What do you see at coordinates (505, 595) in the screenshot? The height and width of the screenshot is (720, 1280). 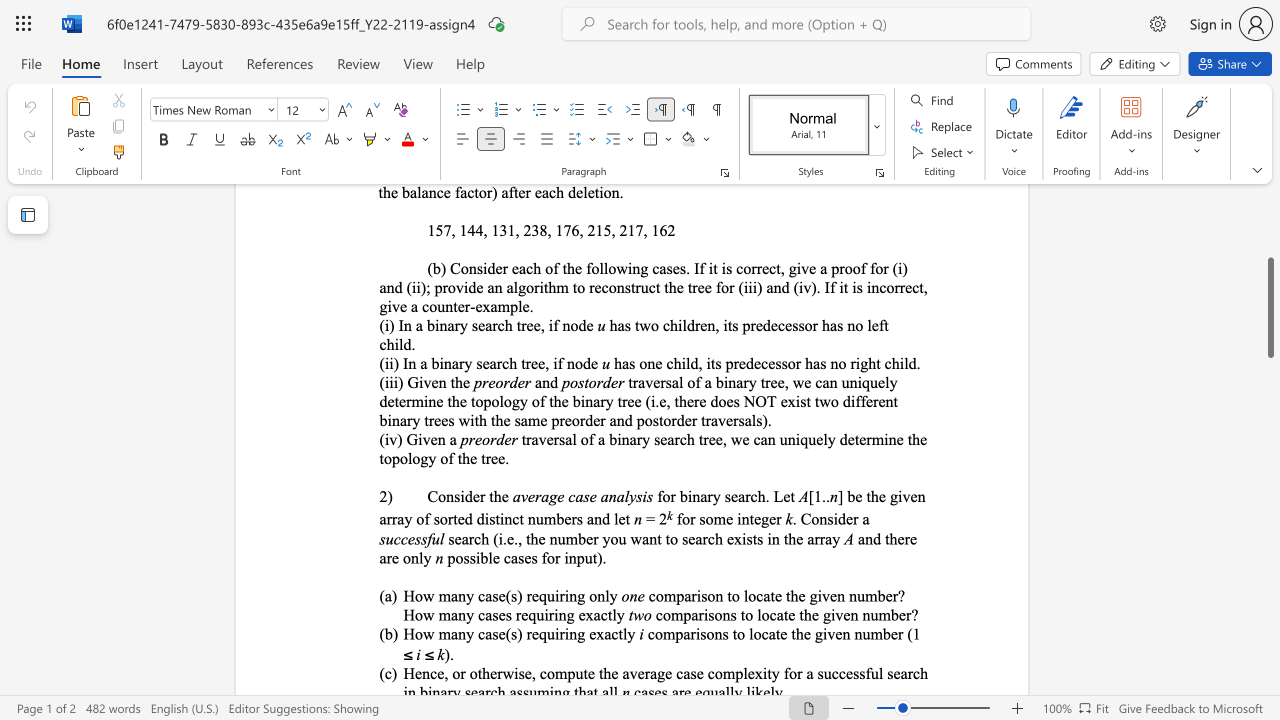 I see `the subset text "(s) requiri" within the text "How many case(s) requiring only"` at bounding box center [505, 595].